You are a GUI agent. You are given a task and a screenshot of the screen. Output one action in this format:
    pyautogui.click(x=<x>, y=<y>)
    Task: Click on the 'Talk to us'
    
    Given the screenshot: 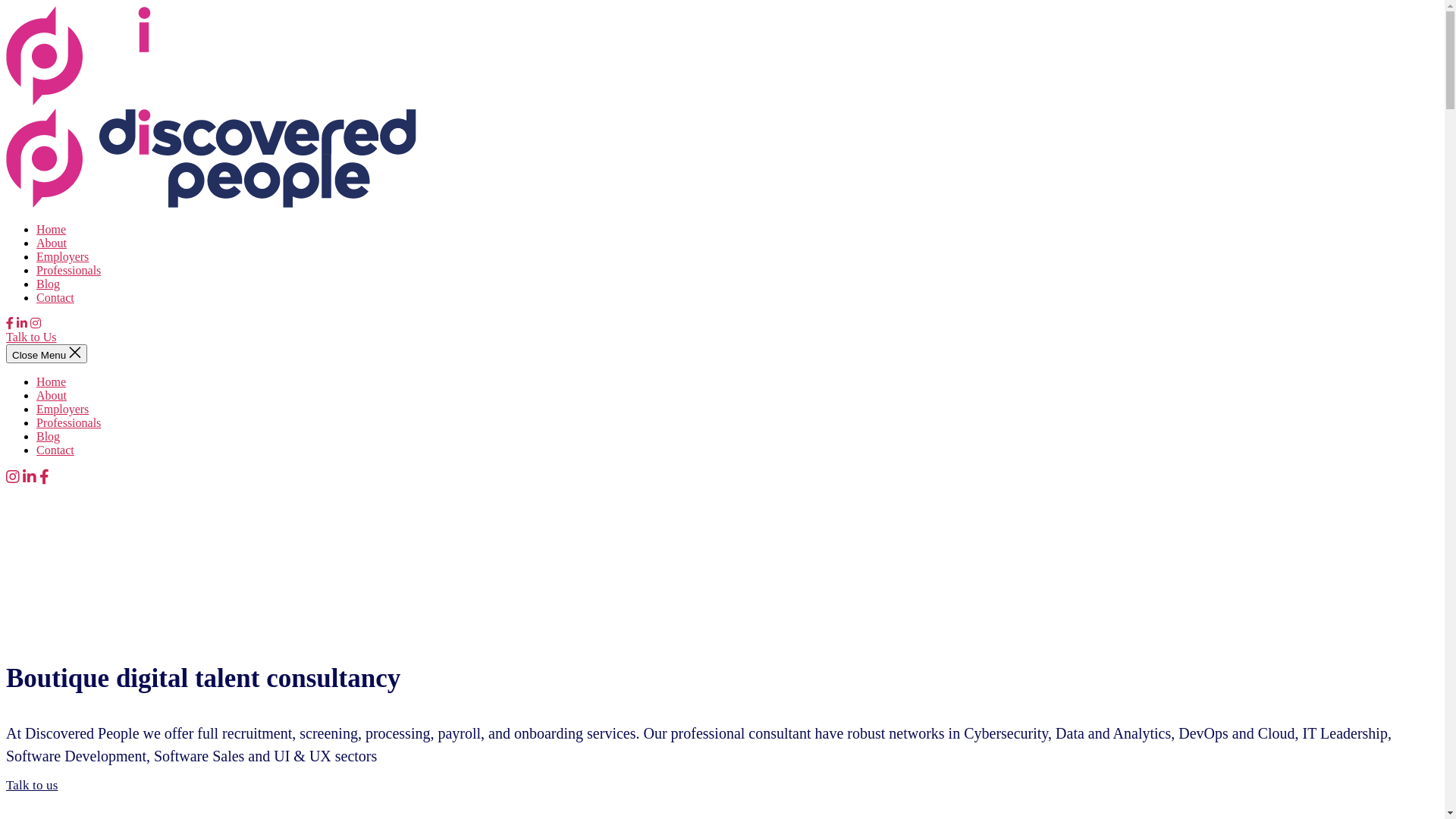 What is the action you would take?
    pyautogui.click(x=6, y=785)
    